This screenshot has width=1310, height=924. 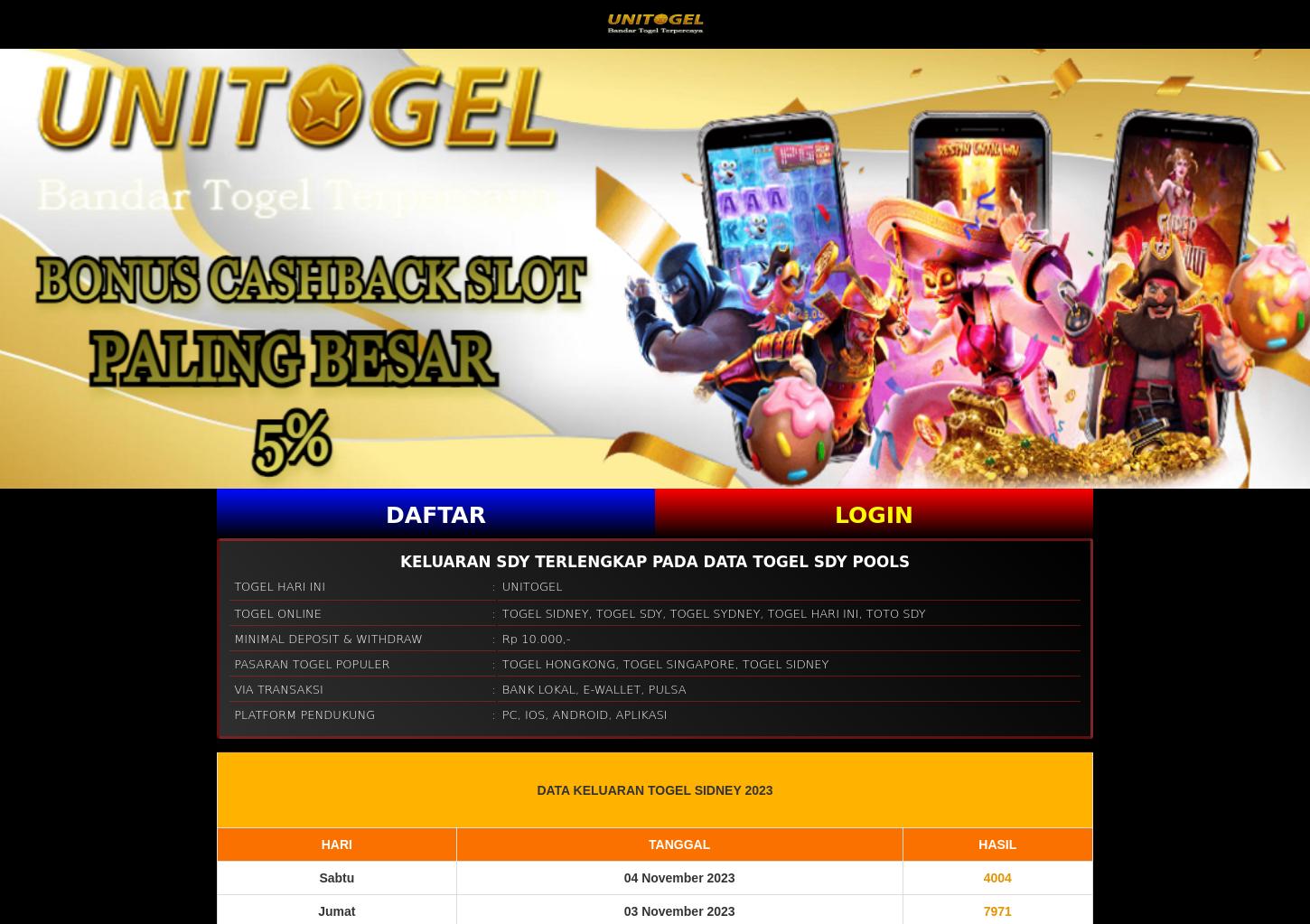 I want to click on 'UNITOGEL', so click(x=501, y=585).